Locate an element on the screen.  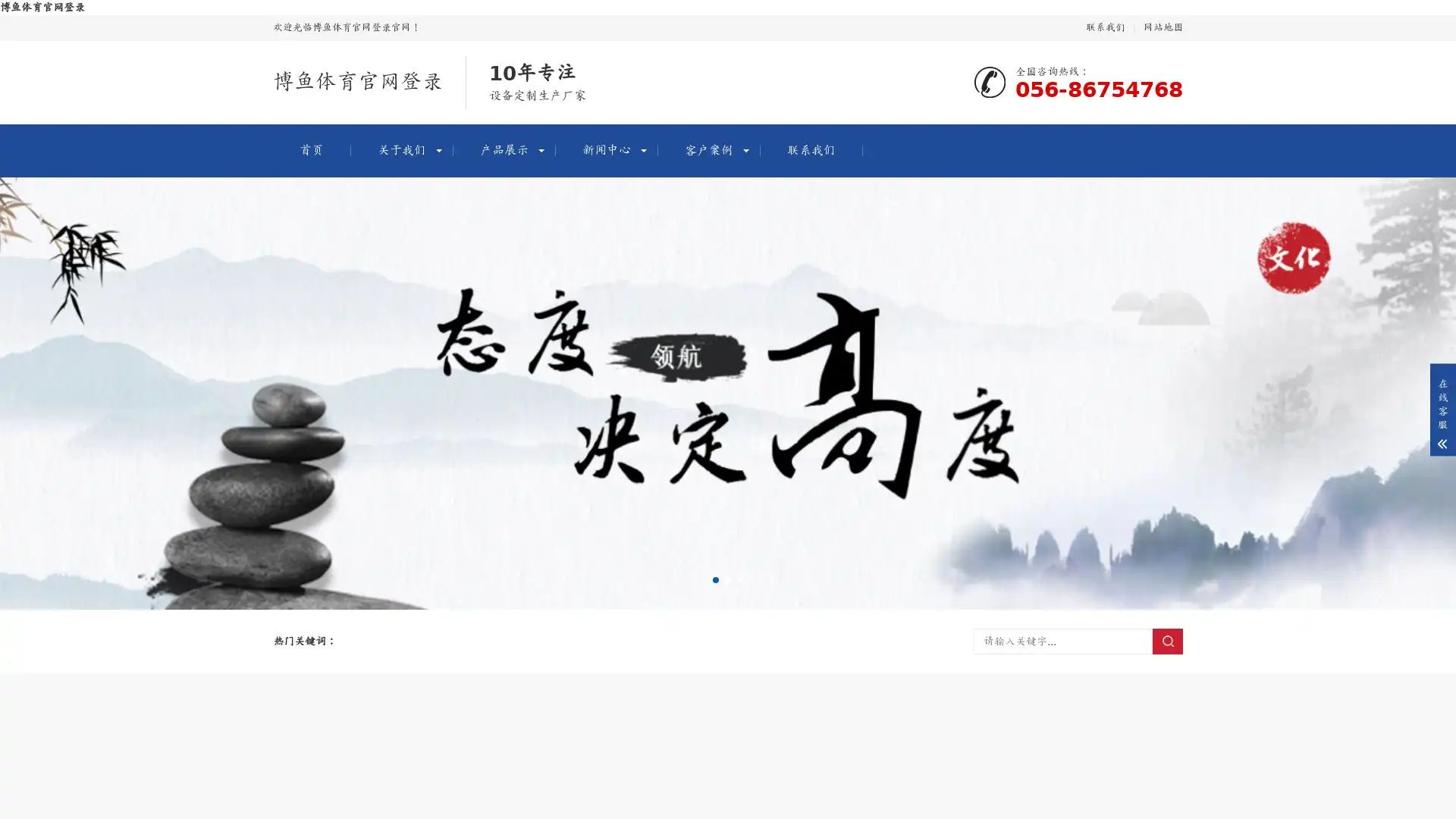
Go to slide 3 is located at coordinates (739, 579).